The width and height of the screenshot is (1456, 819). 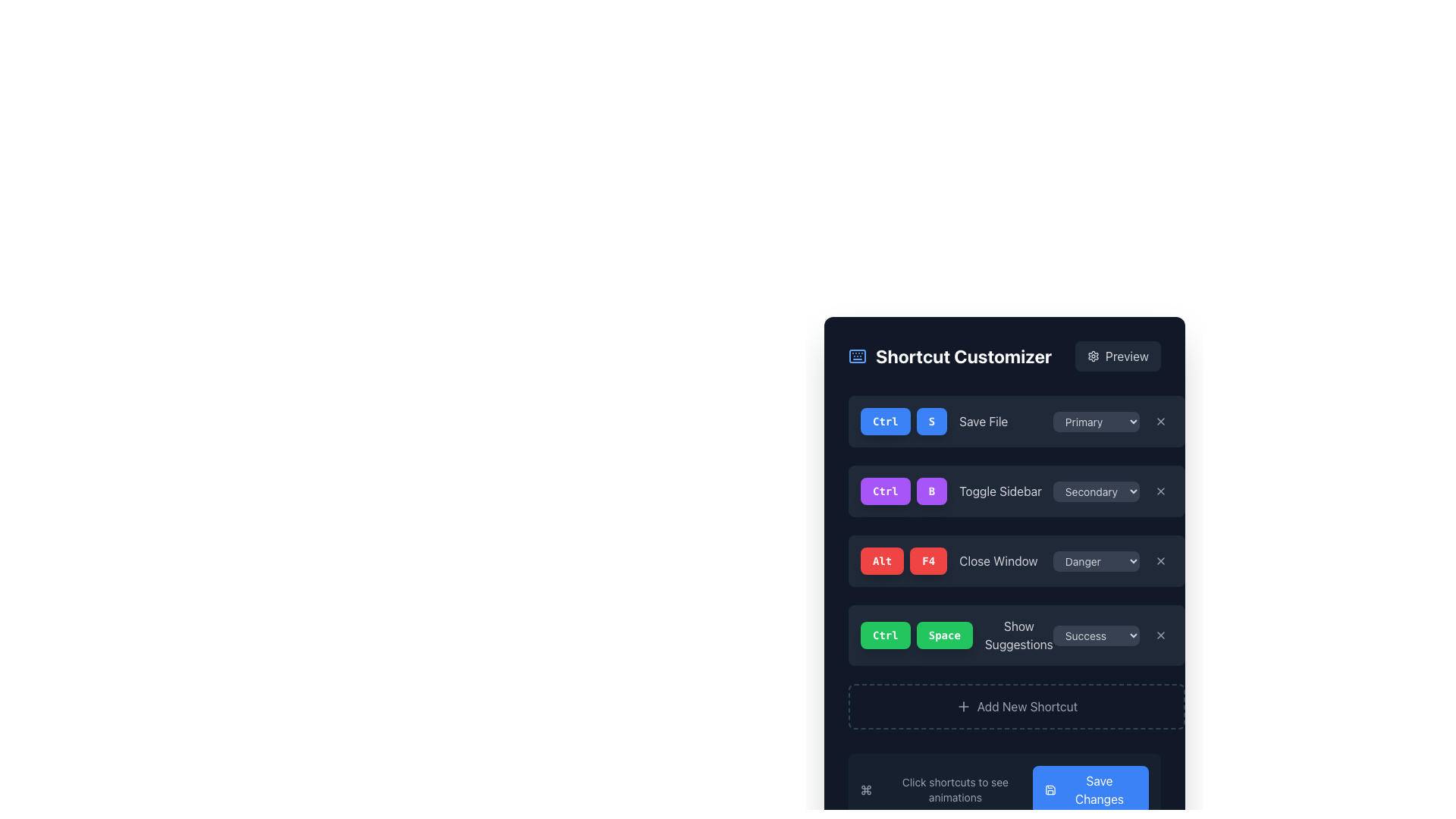 What do you see at coordinates (904, 421) in the screenshot?
I see `the grouped element representing the shortcut combination for 'Save File' (Ctrl + S) located in the first row of shortcut keys under the 'Shortcut Customizer' header` at bounding box center [904, 421].